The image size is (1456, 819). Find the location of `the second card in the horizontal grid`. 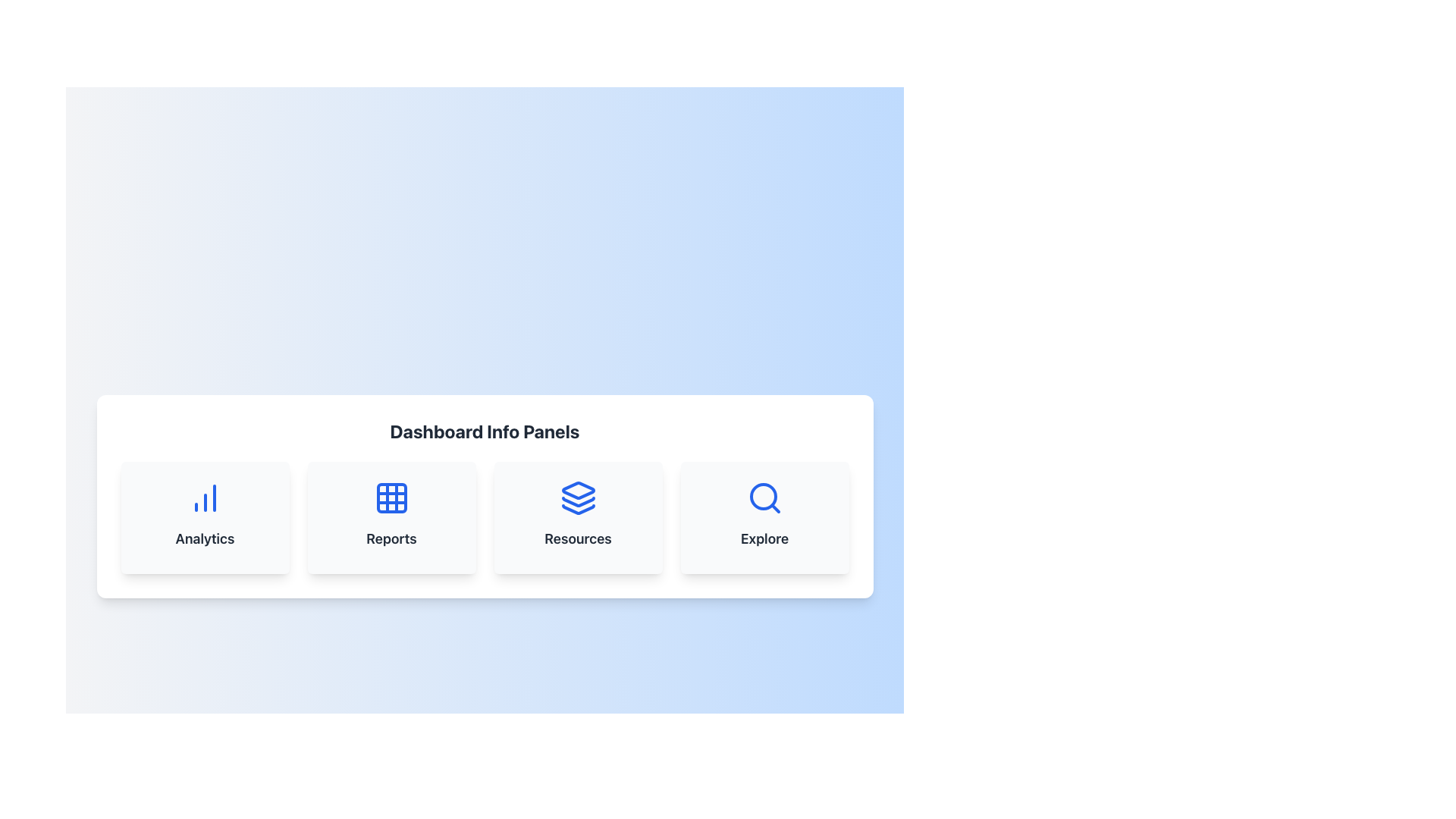

the second card in the horizontal grid is located at coordinates (391, 516).